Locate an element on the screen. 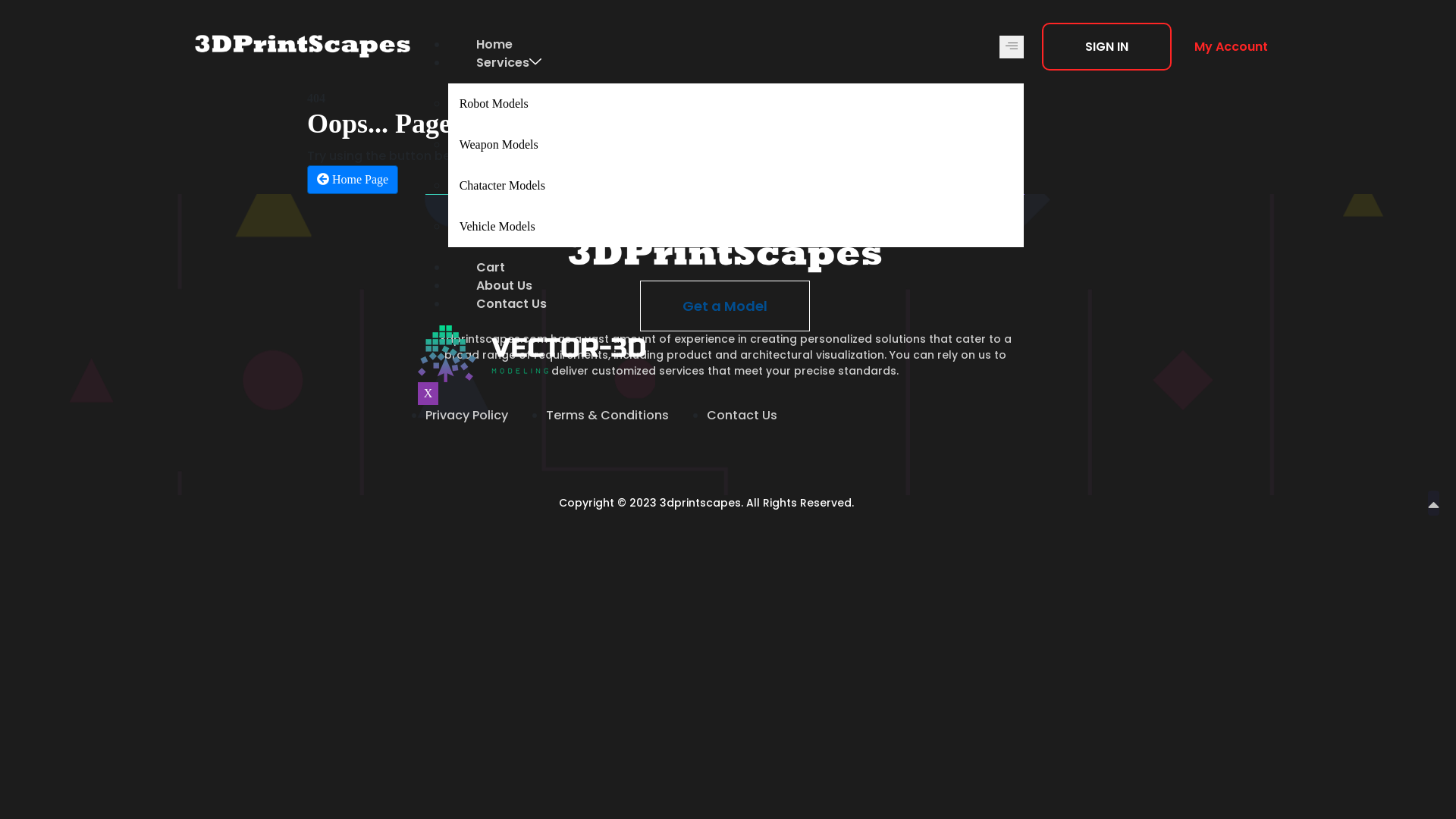 The width and height of the screenshot is (1456, 819). 'Contact Us' is located at coordinates (742, 415).